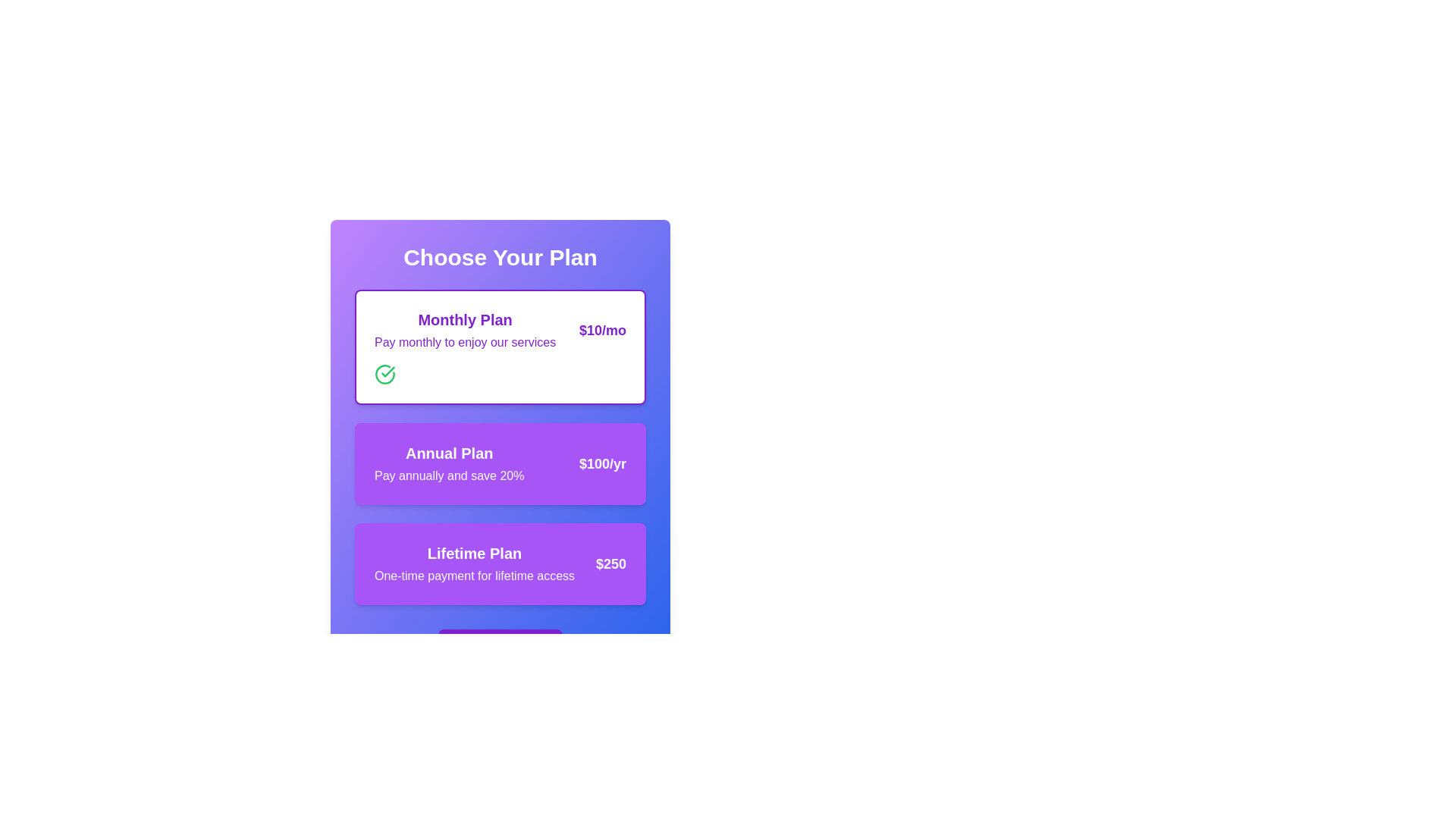 Image resolution: width=1456 pixels, height=819 pixels. Describe the element at coordinates (500, 644) in the screenshot. I see `the subscription button located at the bottom of the 'Choose Your Plan' card to observe style changes` at that location.